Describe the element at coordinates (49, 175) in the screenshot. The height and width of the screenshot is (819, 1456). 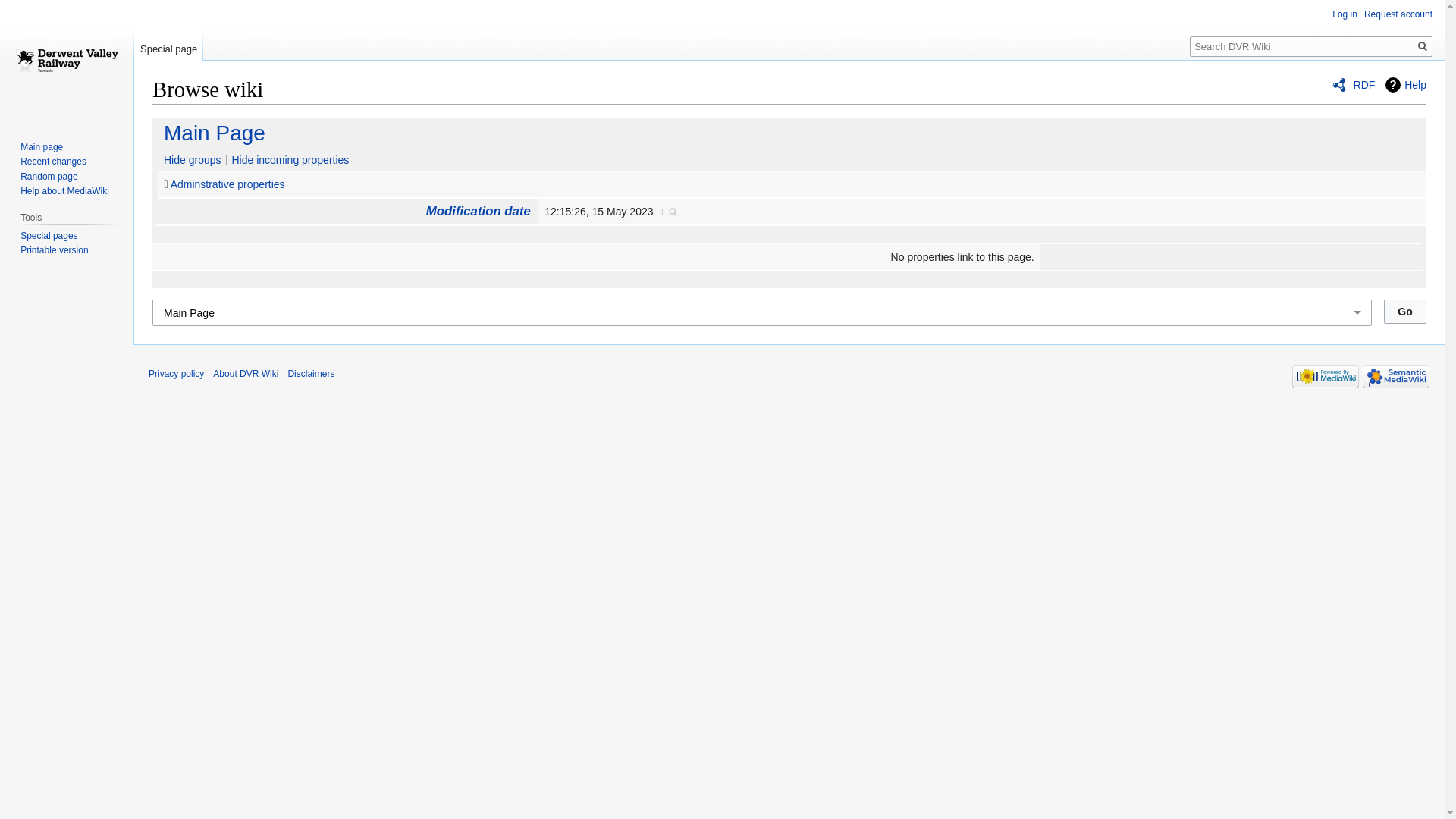
I see `'Random page'` at that location.